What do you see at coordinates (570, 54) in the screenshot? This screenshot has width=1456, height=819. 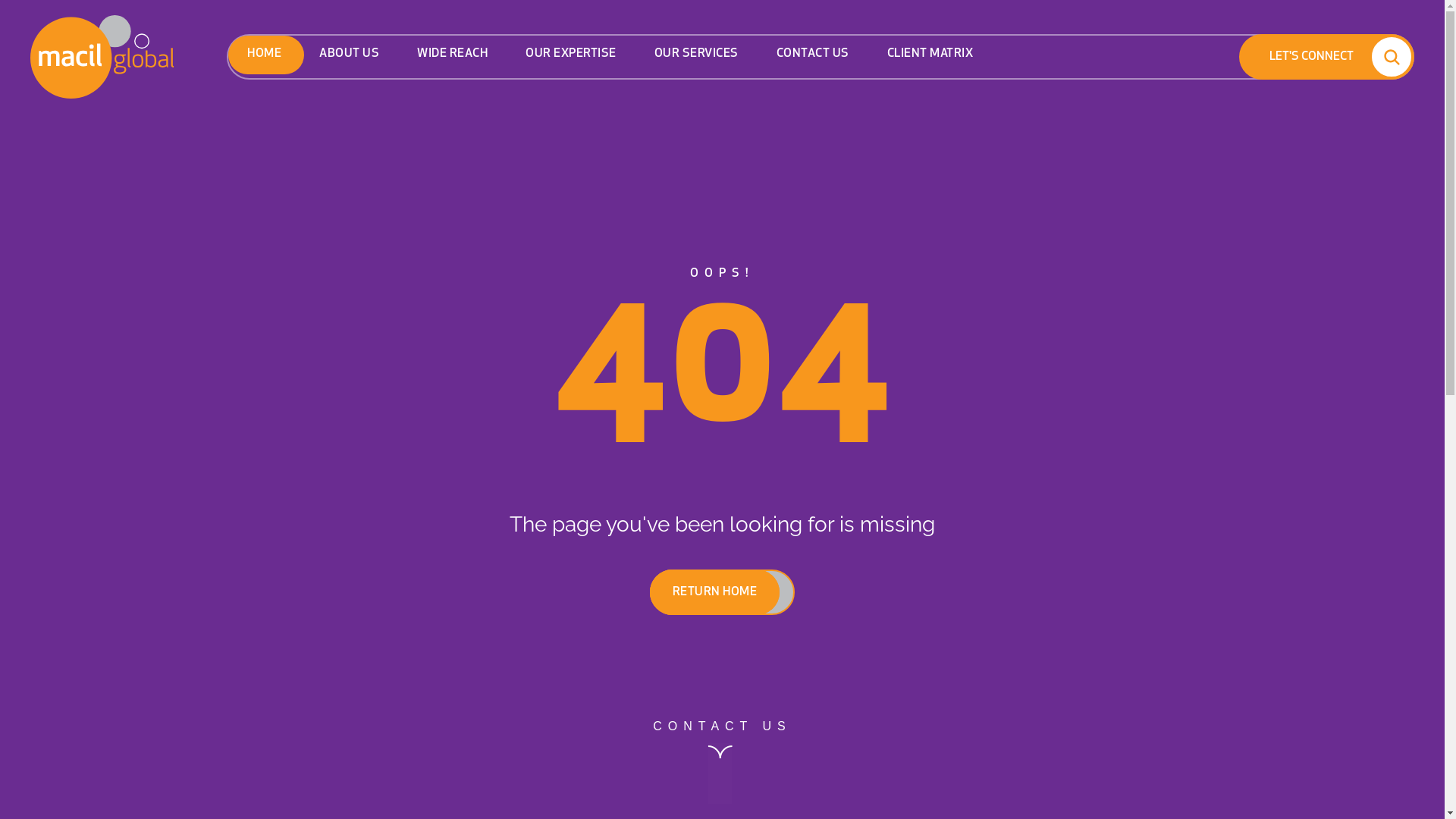 I see `'OUR EXPERTISE'` at bounding box center [570, 54].